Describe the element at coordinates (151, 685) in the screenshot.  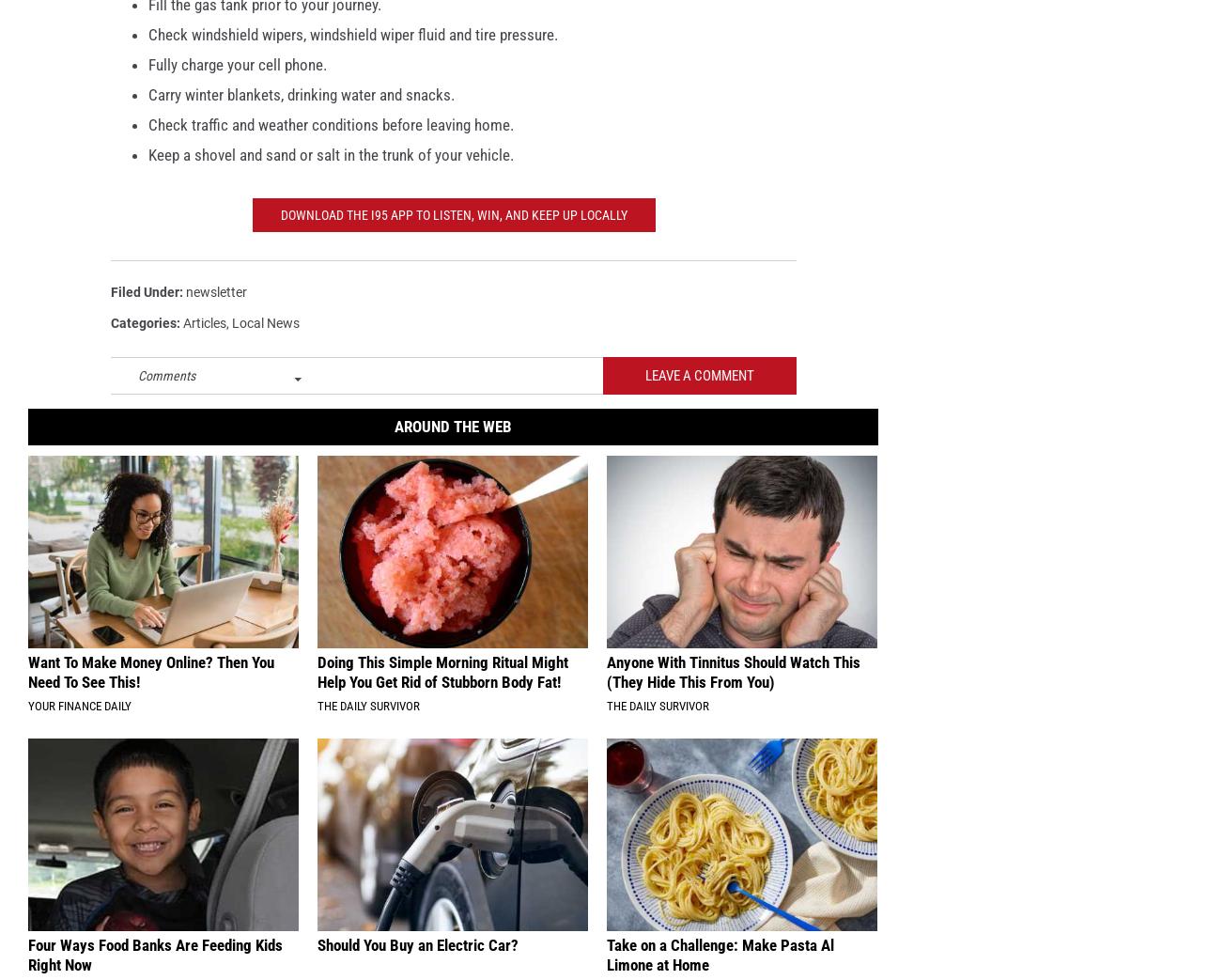
I see `'Want To Make Money Online? Then You Need To See This!'` at that location.